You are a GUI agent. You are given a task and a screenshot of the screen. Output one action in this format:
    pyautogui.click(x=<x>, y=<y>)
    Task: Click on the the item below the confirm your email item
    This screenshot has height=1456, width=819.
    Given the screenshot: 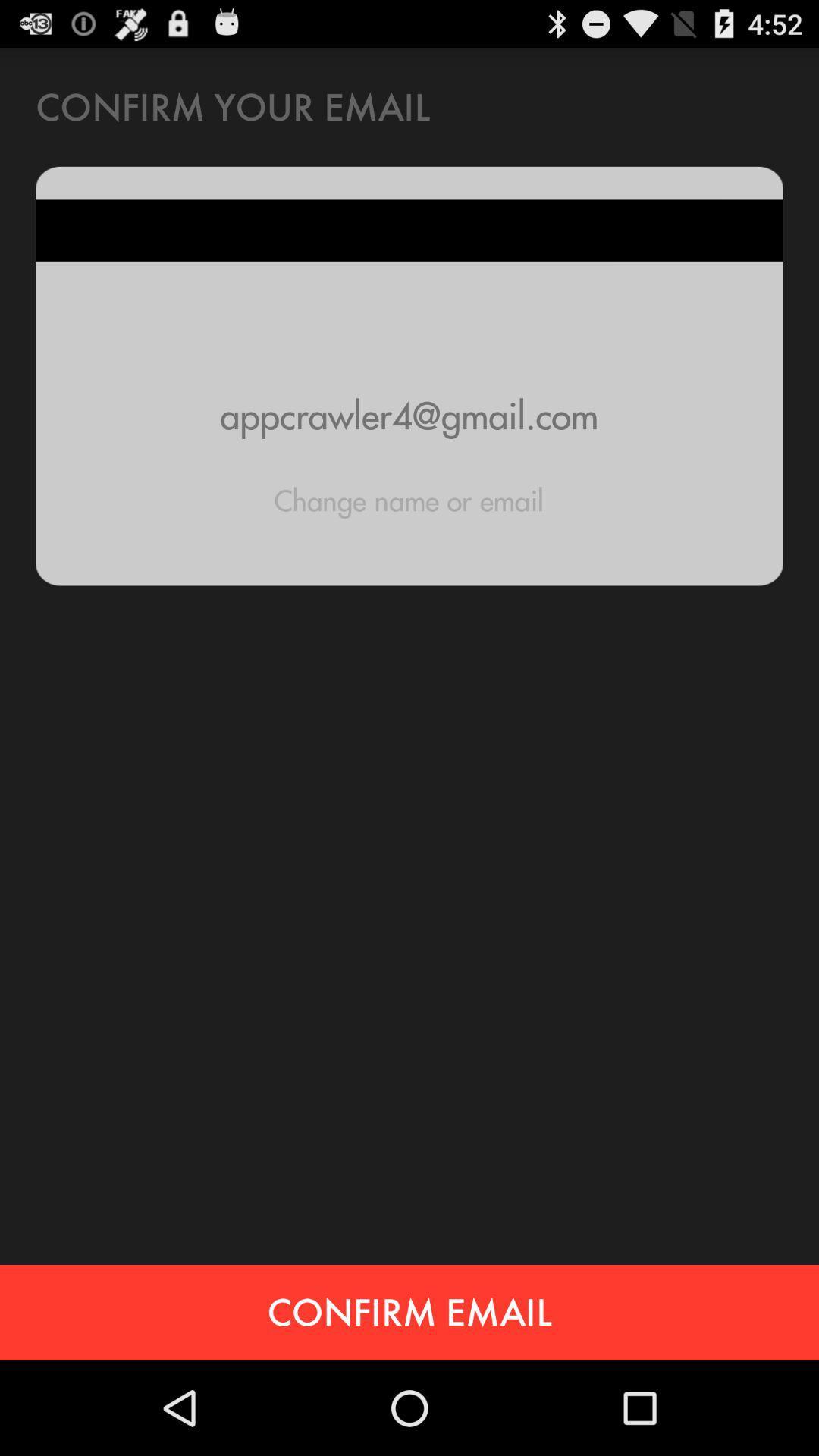 What is the action you would take?
    pyautogui.click(x=409, y=416)
    